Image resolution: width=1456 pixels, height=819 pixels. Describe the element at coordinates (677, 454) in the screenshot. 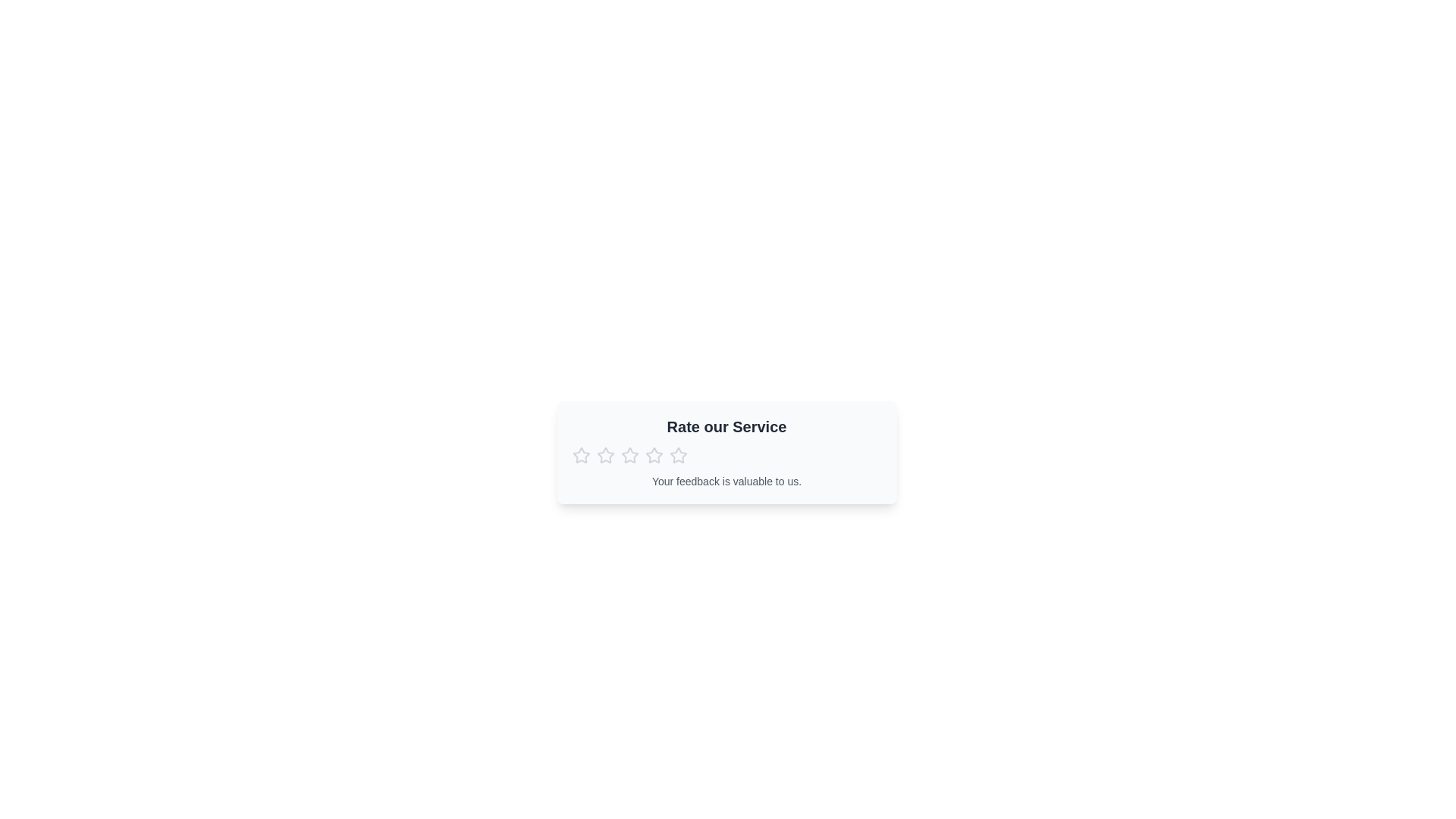

I see `the fourth star icon in the rating component` at that location.